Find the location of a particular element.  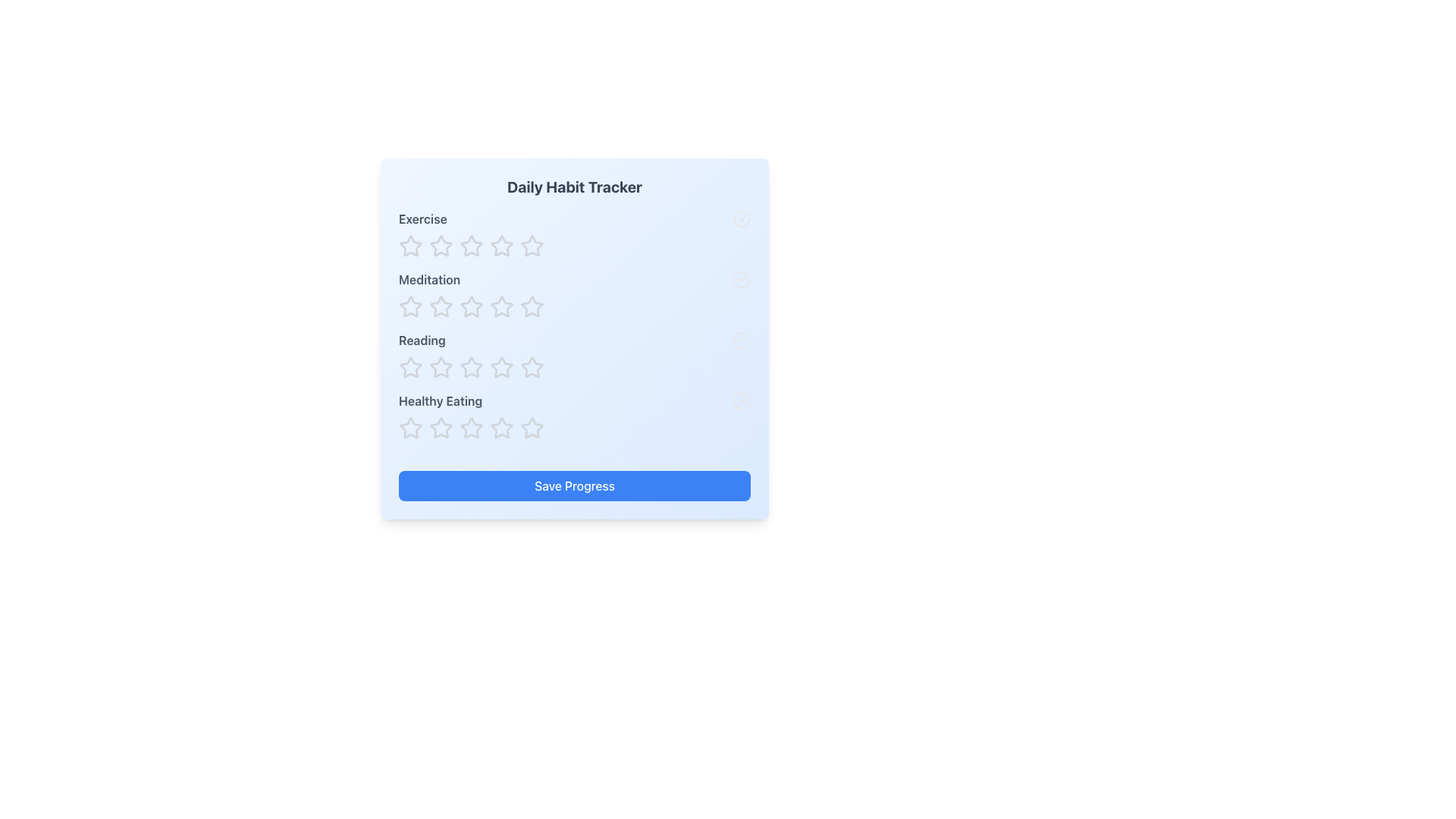

the first decorative interactive star icon in the row associated with the 'Exercise' category to rate it is located at coordinates (440, 245).